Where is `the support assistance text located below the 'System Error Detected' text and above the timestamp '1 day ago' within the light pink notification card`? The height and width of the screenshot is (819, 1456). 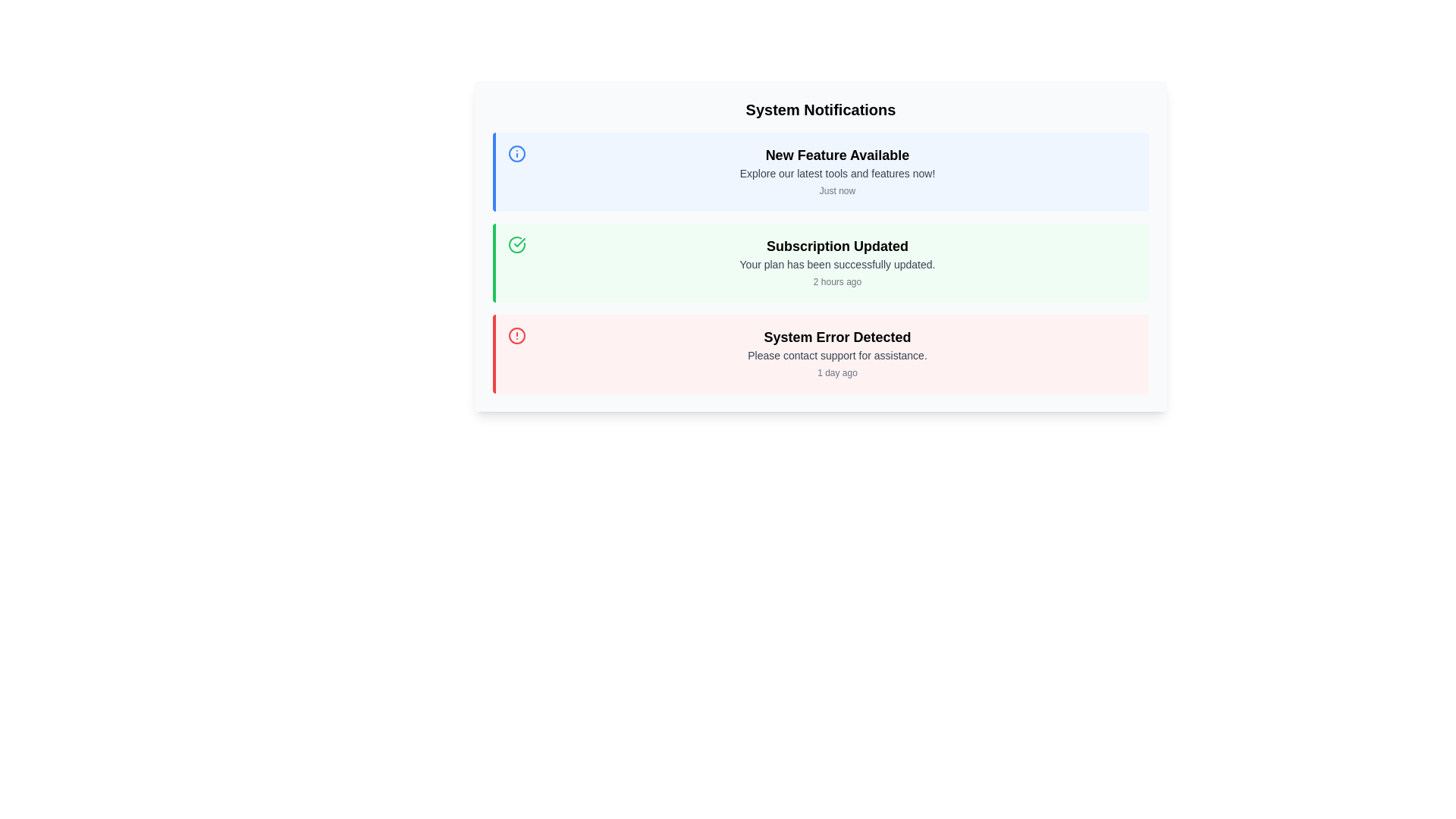 the support assistance text located below the 'System Error Detected' text and above the timestamp '1 day ago' within the light pink notification card is located at coordinates (836, 356).